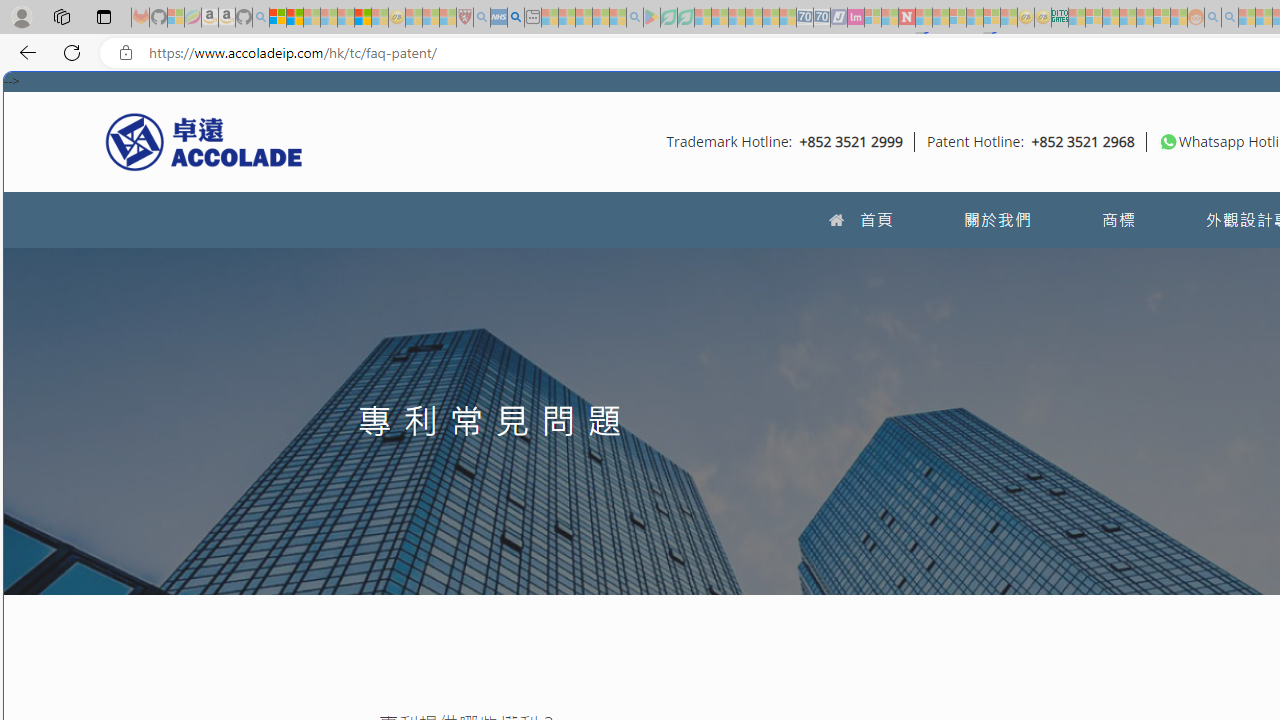 The image size is (1280, 720). Describe the element at coordinates (1092, 17) in the screenshot. I see `'Microsoft account | Privacy - Sleeping'` at that location.